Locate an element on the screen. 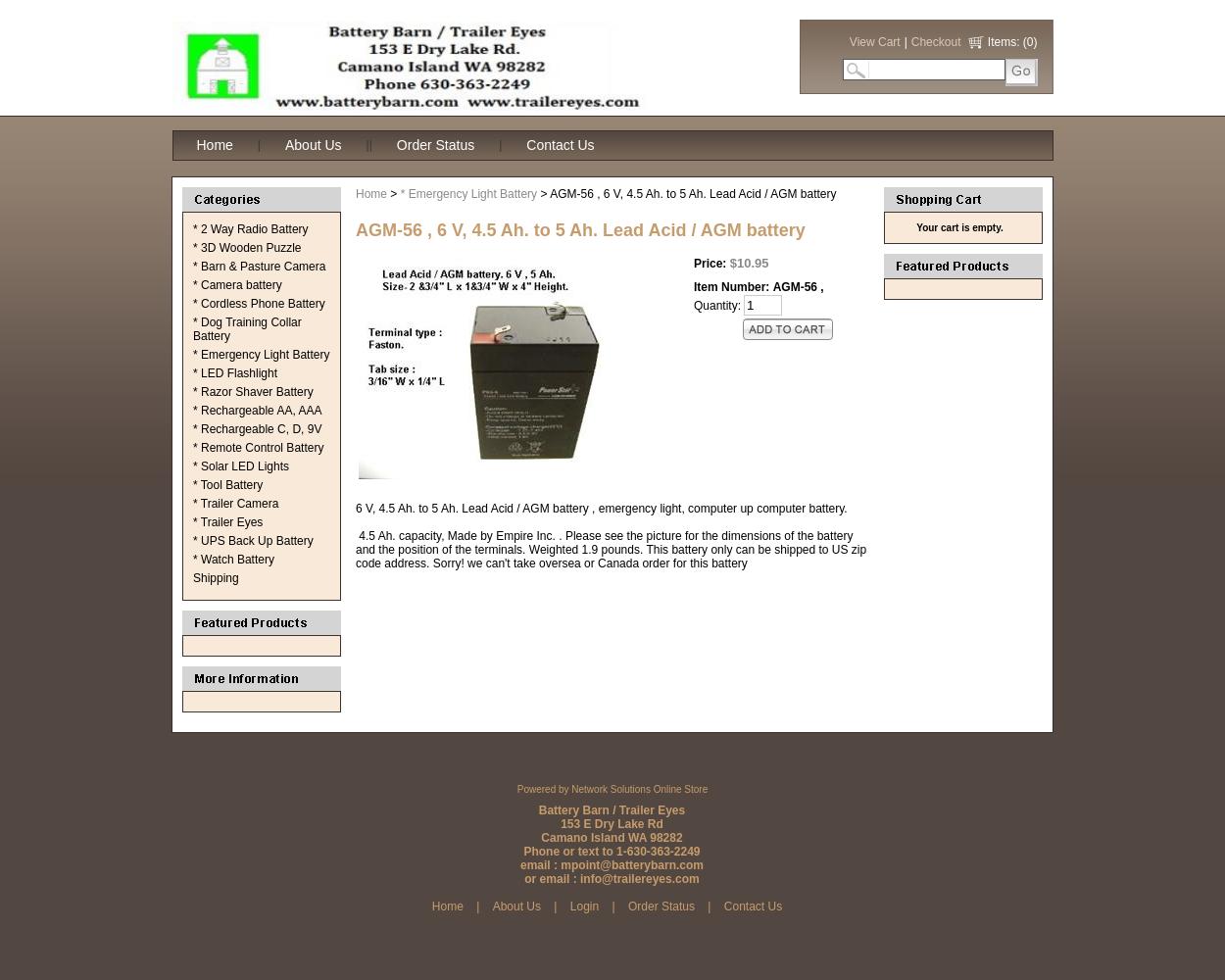 Image resolution: width=1225 pixels, height=980 pixels. 'Powered by Network Solutions Online Store' is located at coordinates (611, 789).